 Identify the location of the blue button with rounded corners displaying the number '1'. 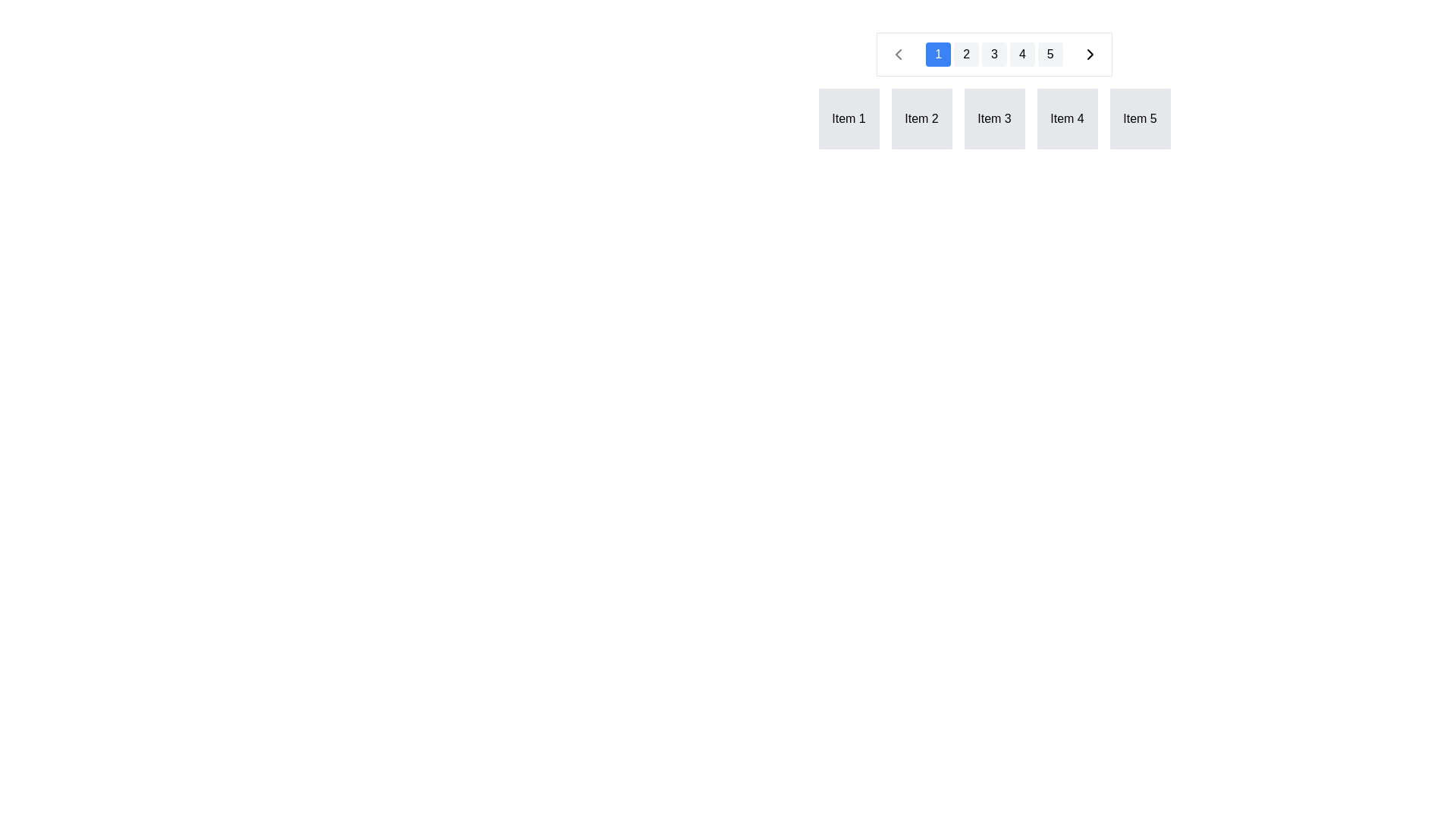
(937, 54).